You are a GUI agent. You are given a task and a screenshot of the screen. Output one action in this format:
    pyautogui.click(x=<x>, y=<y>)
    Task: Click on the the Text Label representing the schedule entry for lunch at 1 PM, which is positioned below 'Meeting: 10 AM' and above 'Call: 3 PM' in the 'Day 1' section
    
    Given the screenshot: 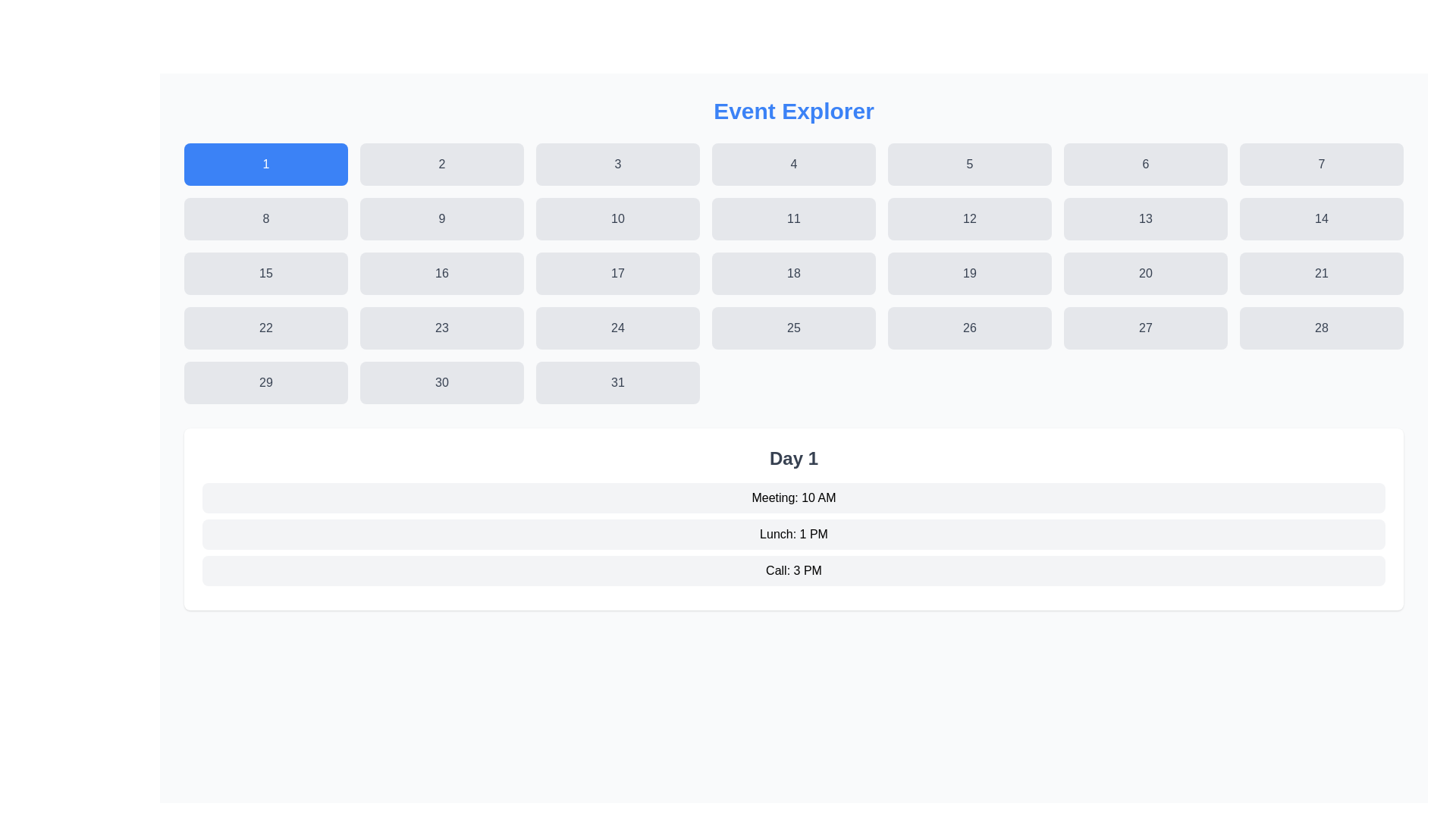 What is the action you would take?
    pyautogui.click(x=792, y=534)
    